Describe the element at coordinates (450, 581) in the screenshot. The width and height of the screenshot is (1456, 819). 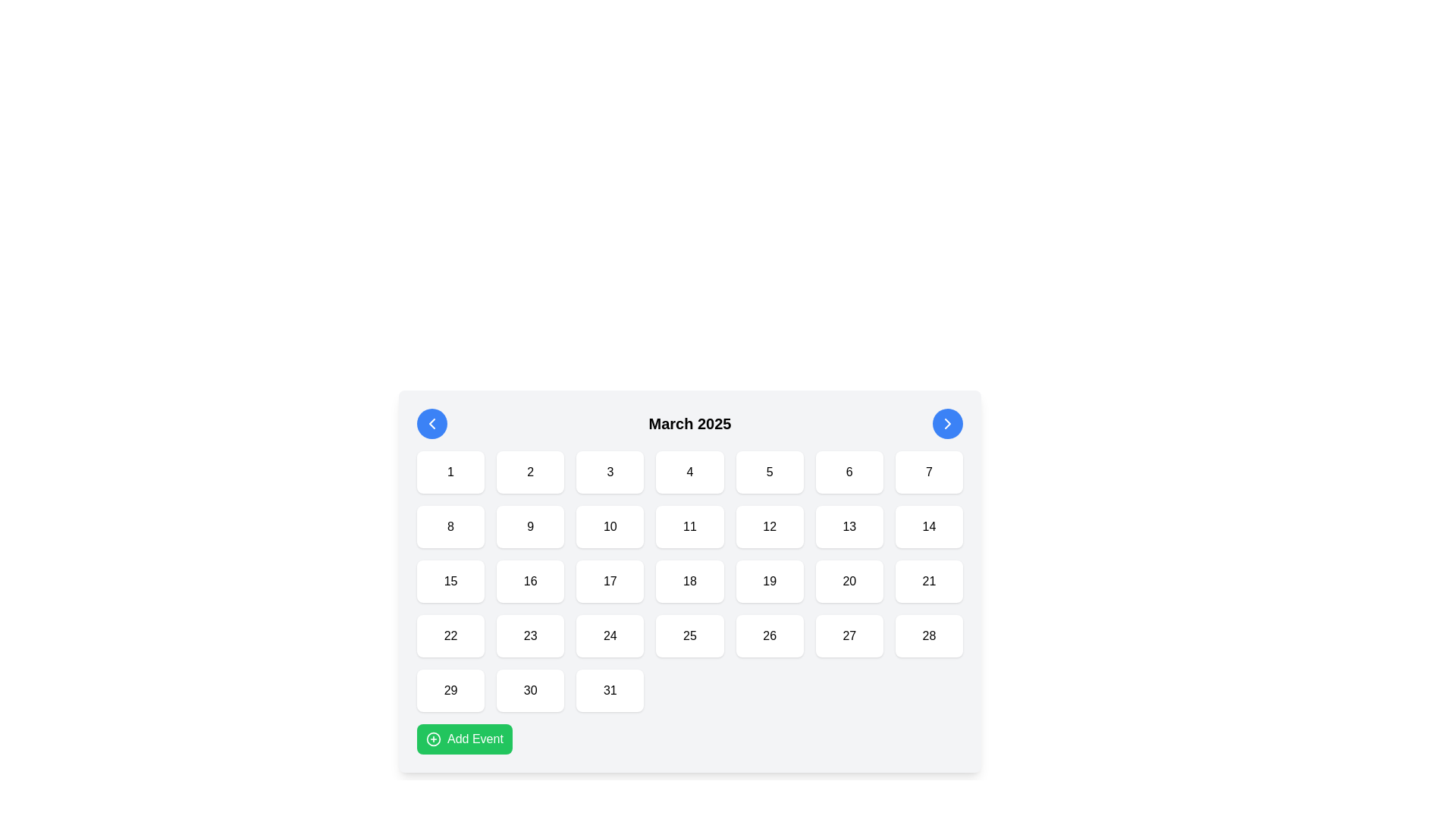
I see `the calendar button representing the 15th day of the month located in the third row and first column of the calendar grid` at that location.